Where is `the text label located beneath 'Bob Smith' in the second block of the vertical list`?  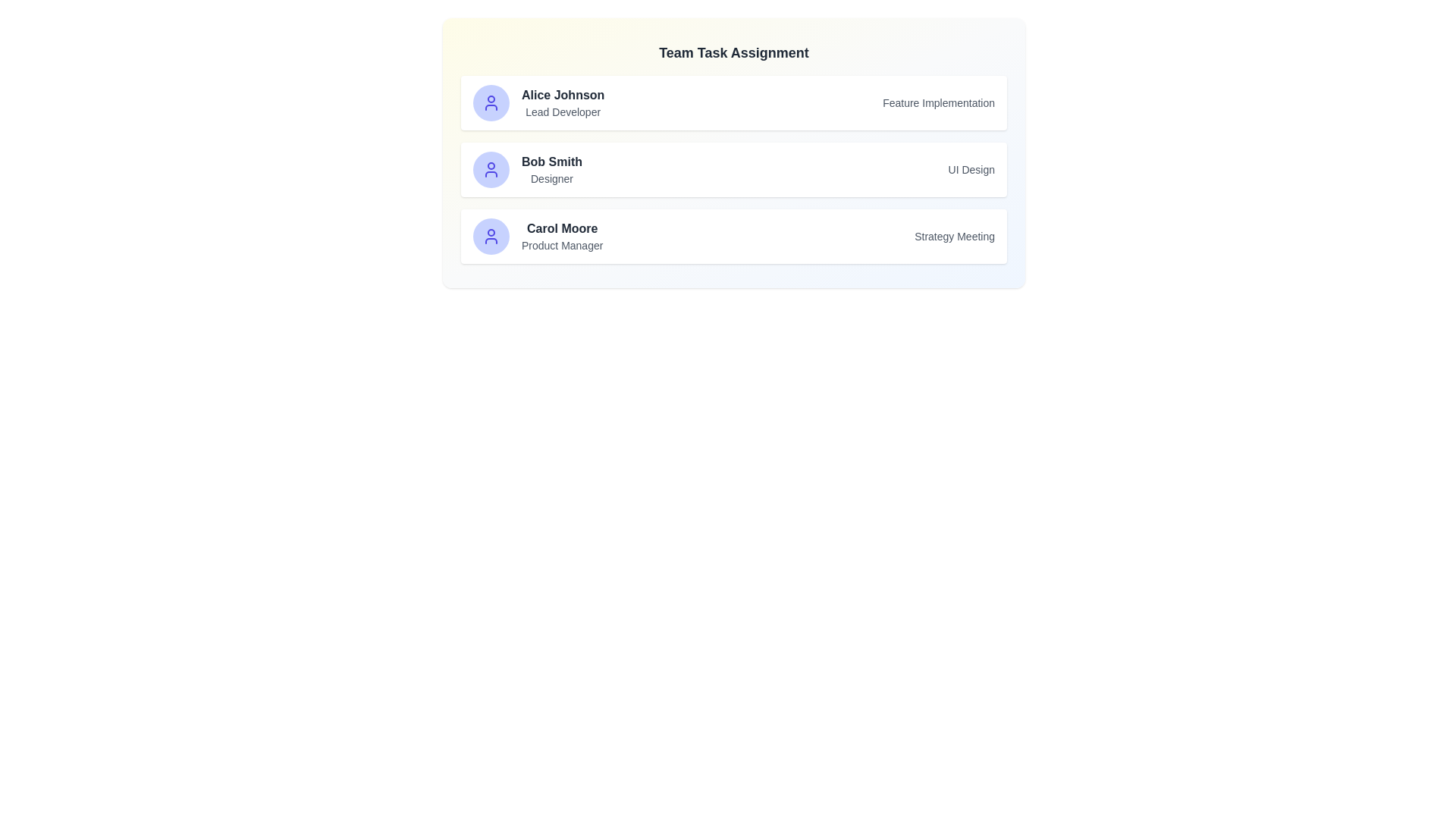
the text label located beneath 'Bob Smith' in the second block of the vertical list is located at coordinates (551, 177).